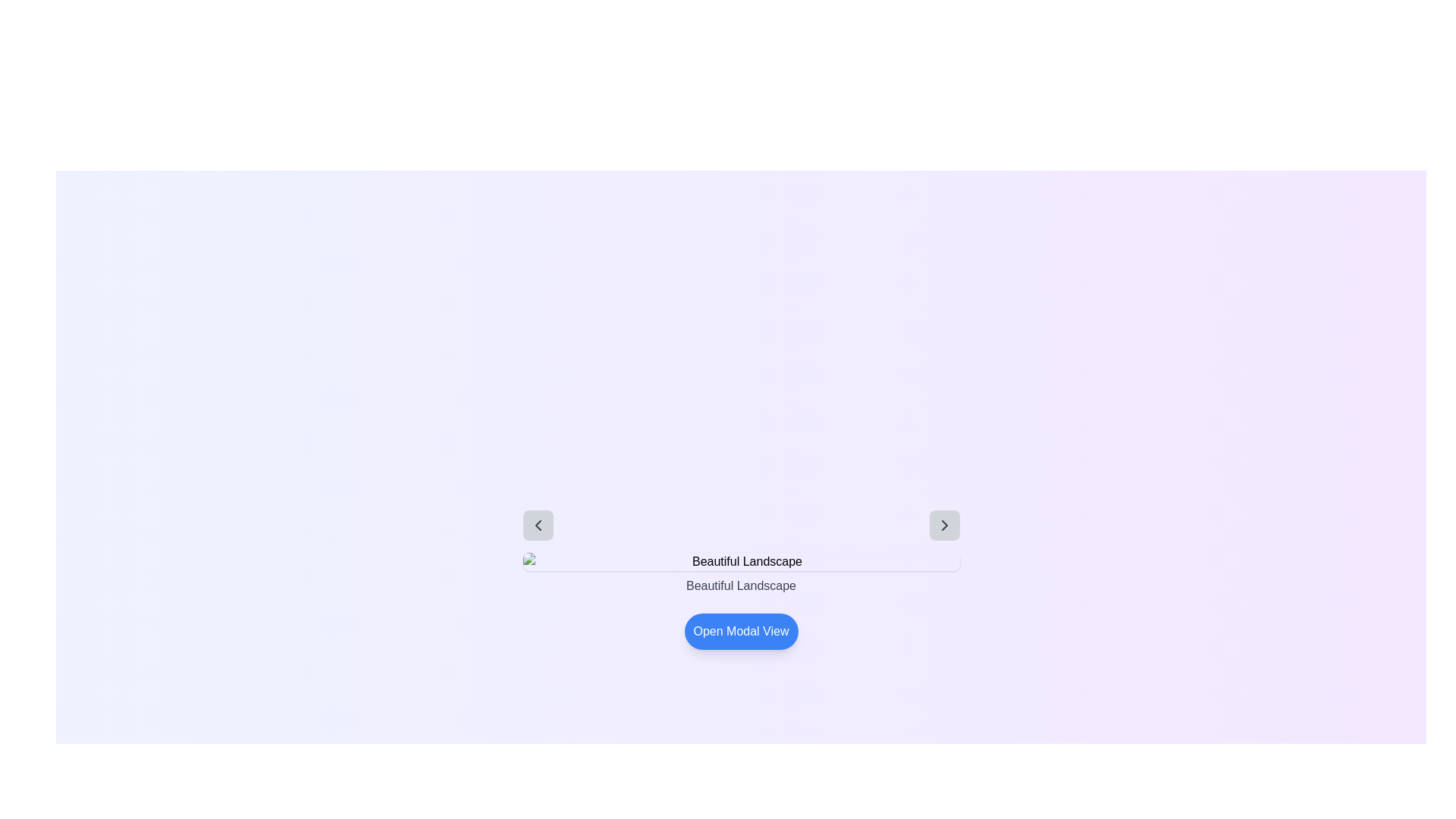 Image resolution: width=1456 pixels, height=819 pixels. I want to click on the rounded rectangular blue button labeled 'Open Modal View' to observe the hover effect, so click(741, 632).